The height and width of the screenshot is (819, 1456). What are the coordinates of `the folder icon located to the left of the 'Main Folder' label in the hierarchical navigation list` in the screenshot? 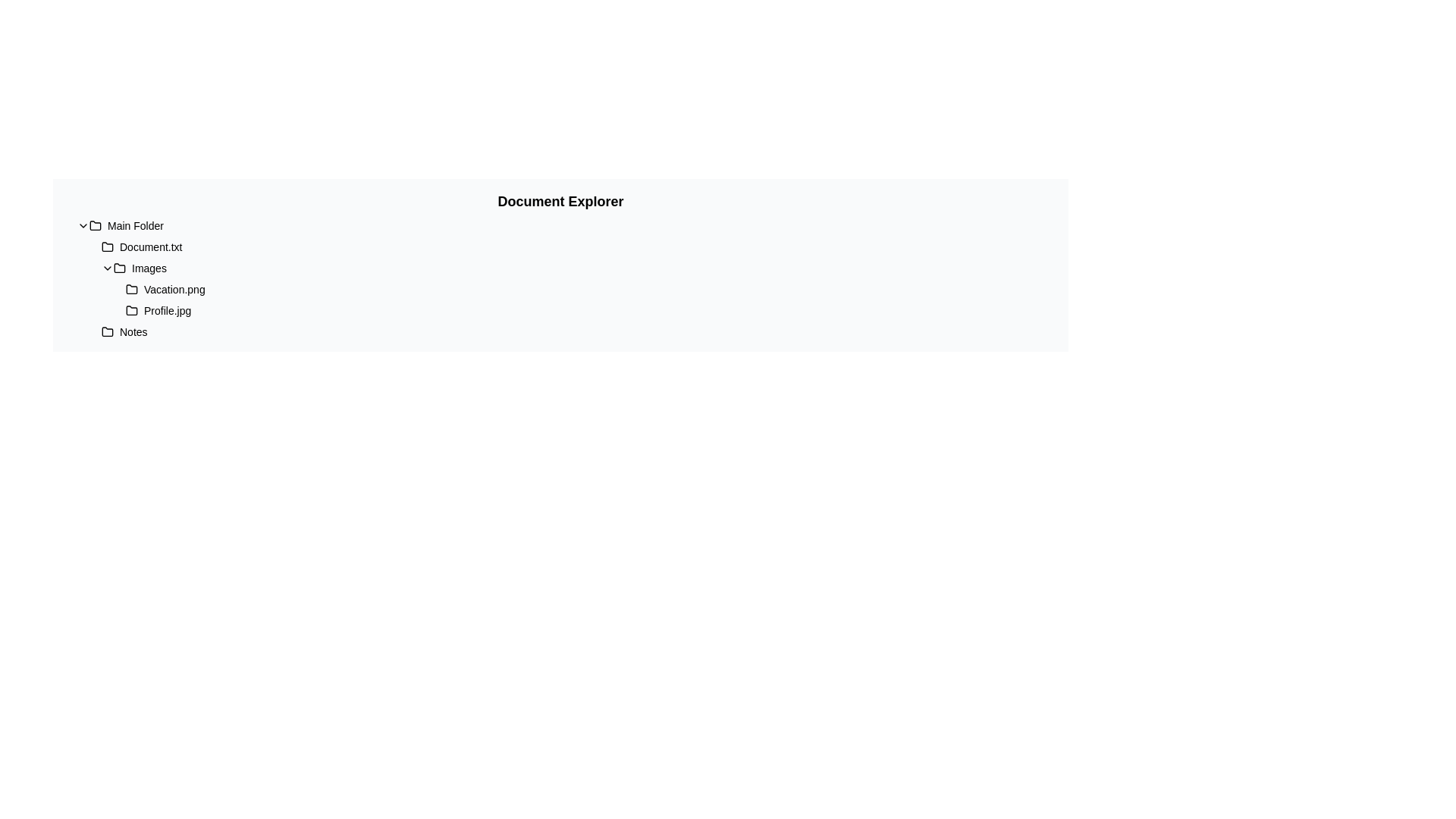 It's located at (94, 225).